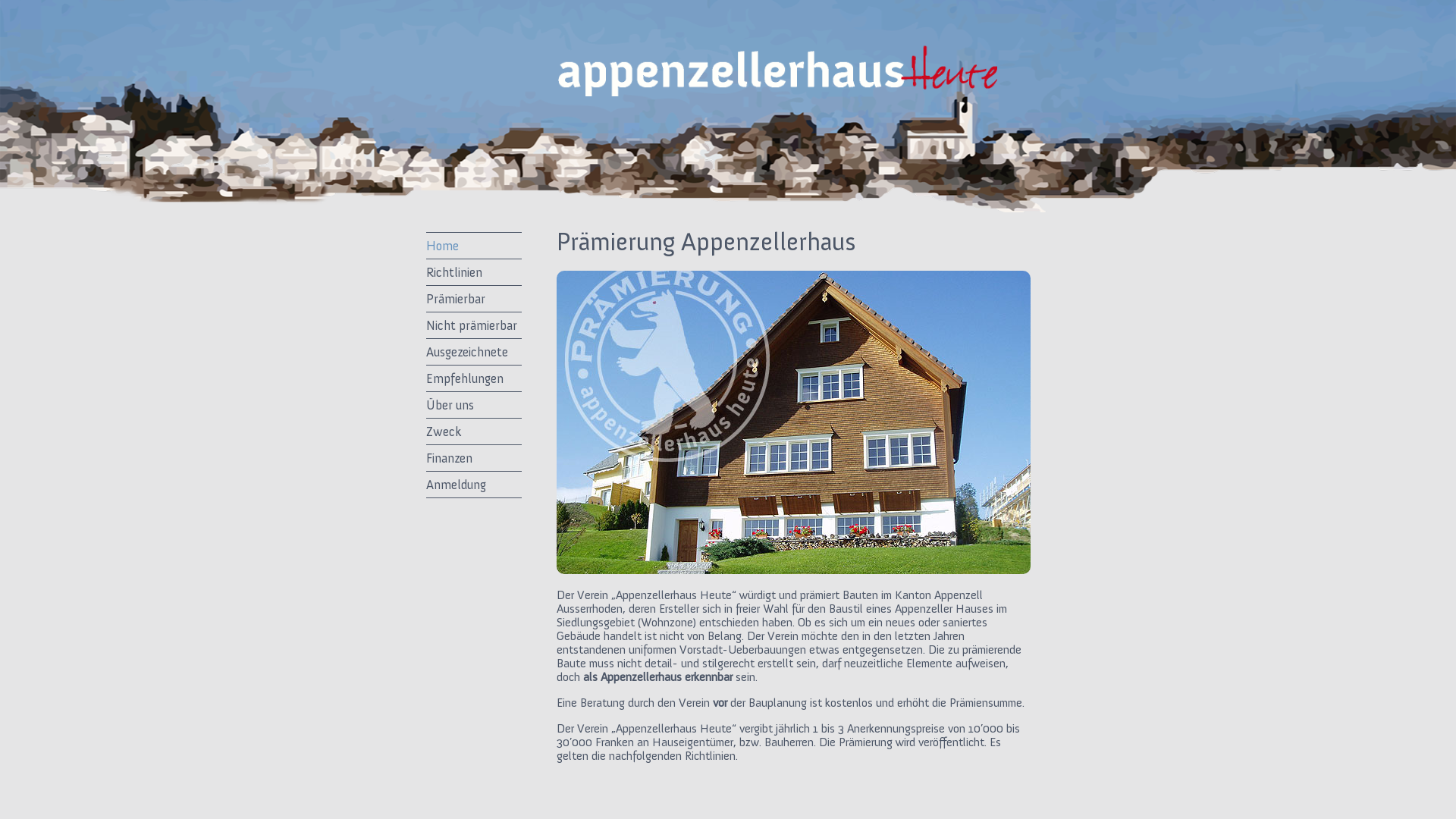  What do you see at coordinates (472, 351) in the screenshot?
I see `'Ausgezeichnete'` at bounding box center [472, 351].